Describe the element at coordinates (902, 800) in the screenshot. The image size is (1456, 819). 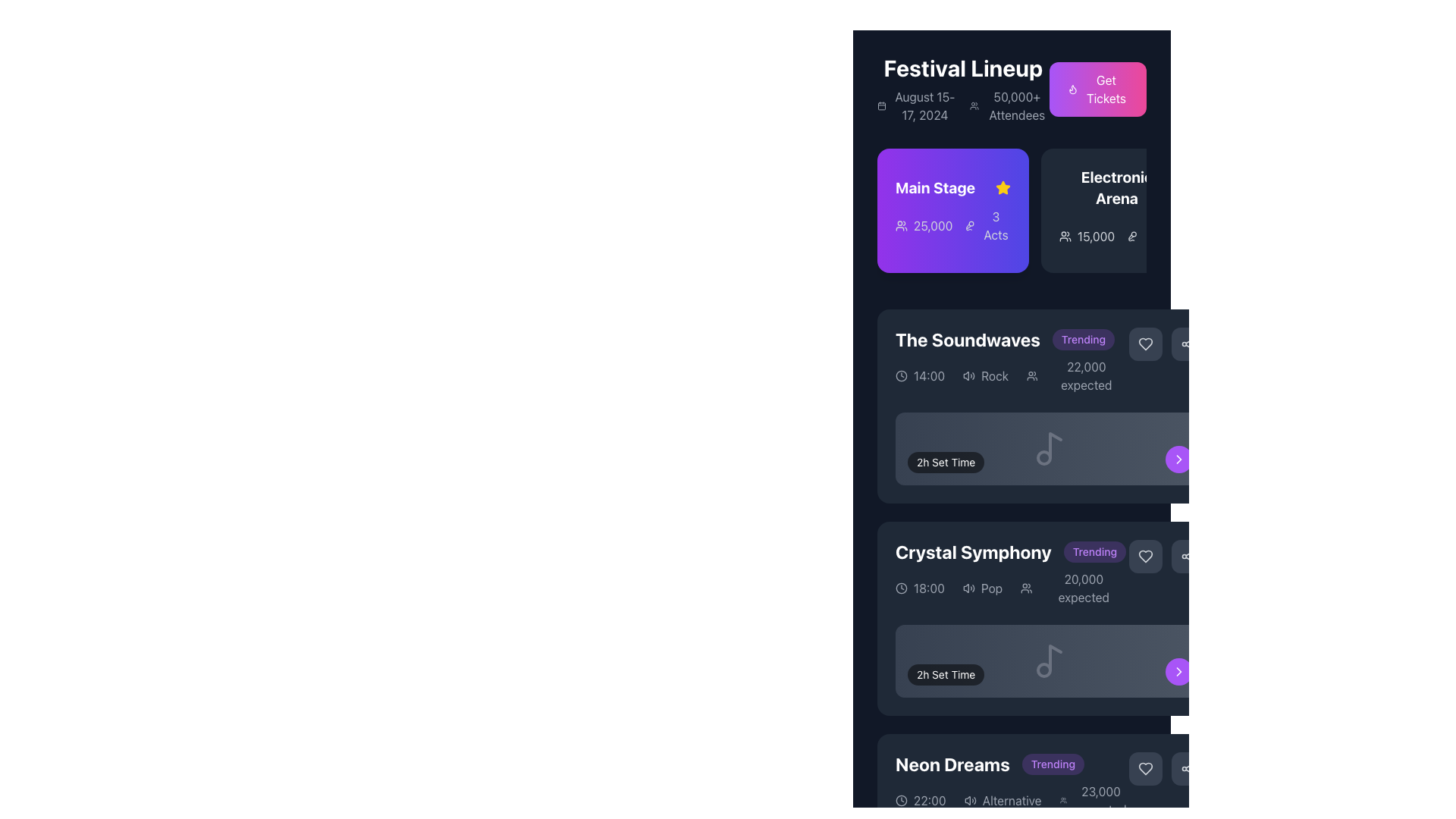
I see `the time icon located in the 'Neon Dreams' section, which is positioned to the left of the displayed time '22:00'` at that location.